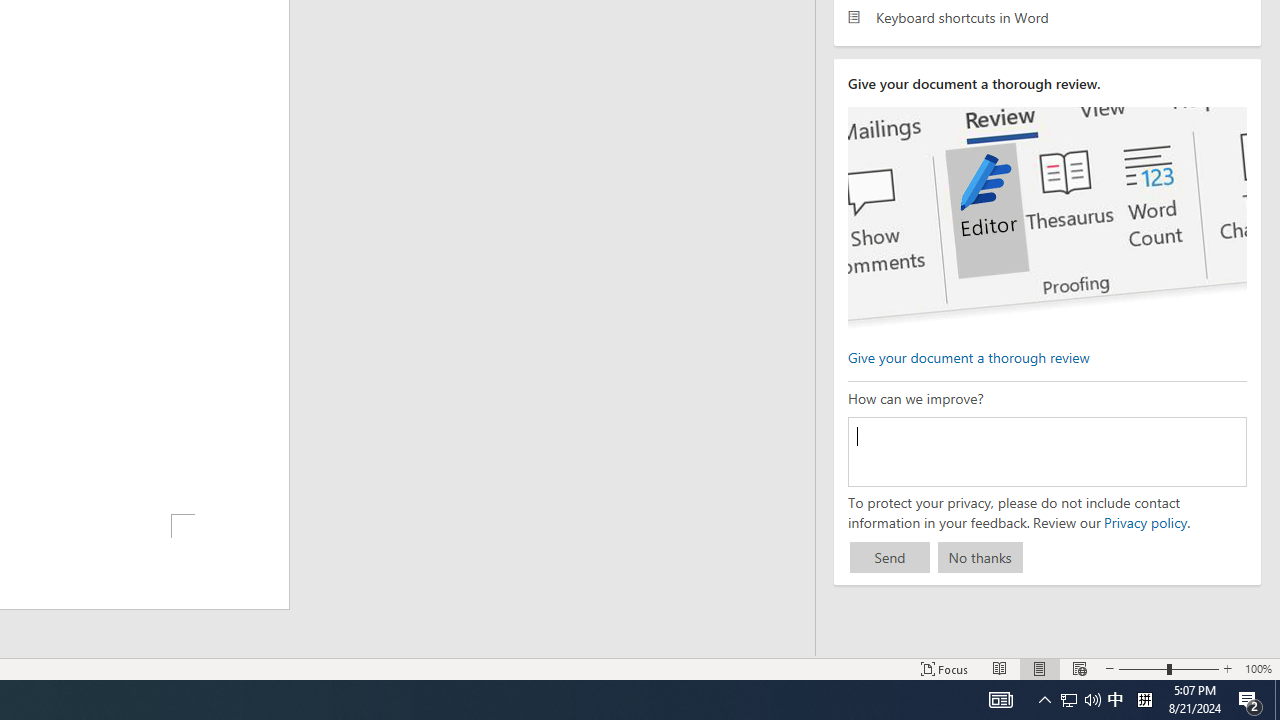 The image size is (1280, 720). What do you see at coordinates (980, 557) in the screenshot?
I see `'No thanks'` at bounding box center [980, 557].